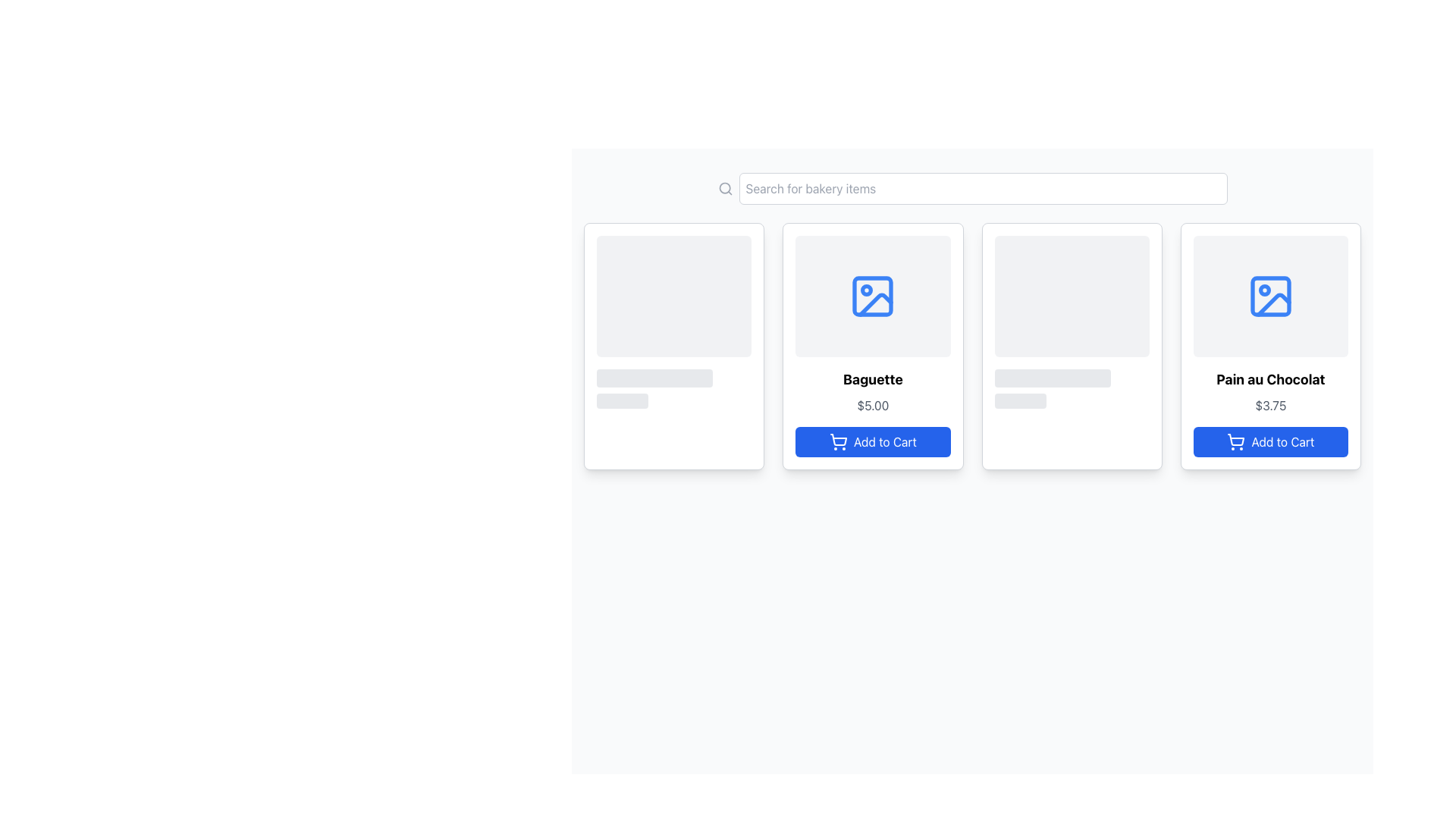 The image size is (1456, 819). I want to click on the diagonal line segment forming the bottom edge of the triangle within the blue outlined icon of the 'Pain au Chocolat' product card, so click(1273, 305).